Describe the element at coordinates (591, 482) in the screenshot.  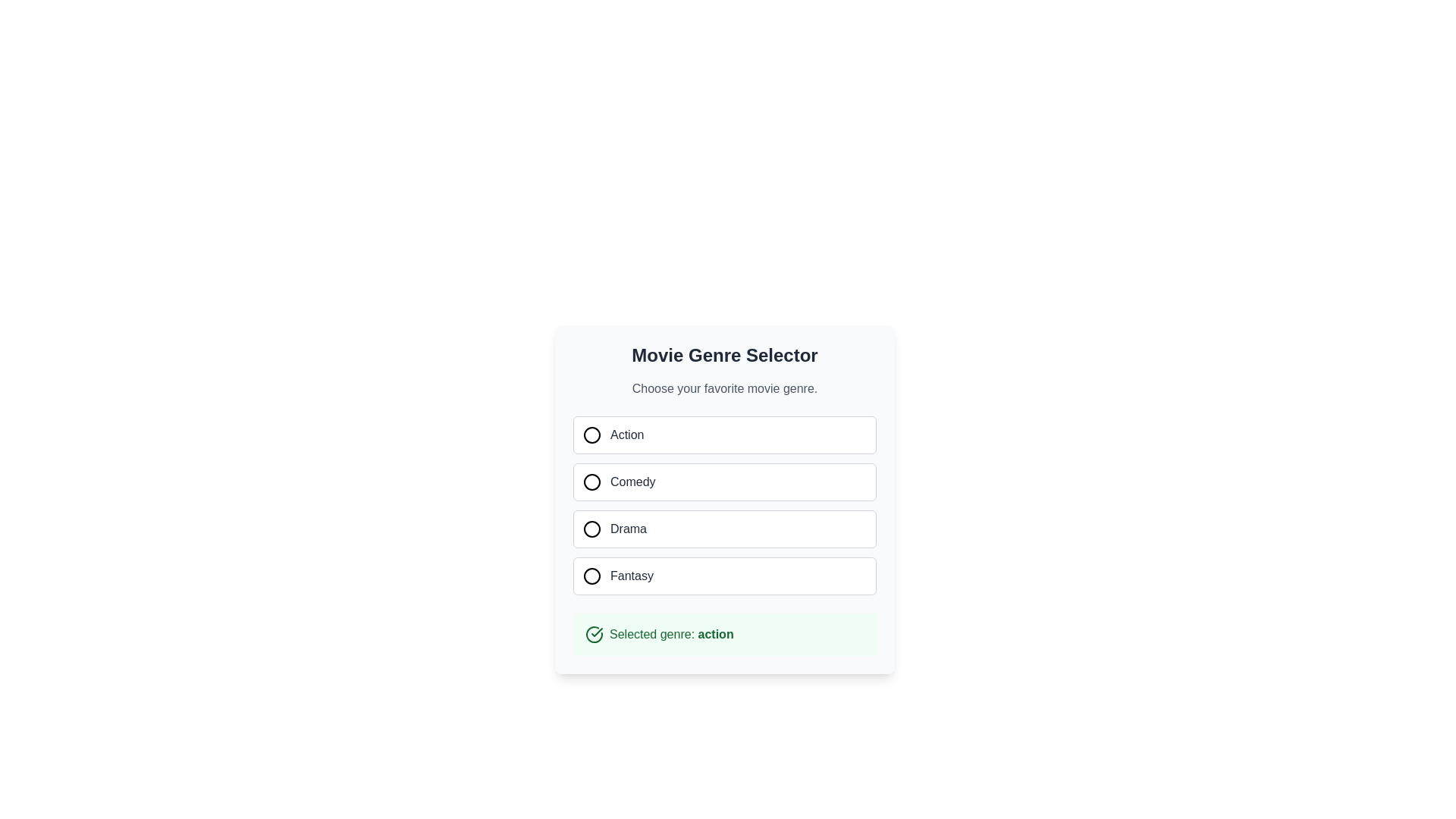
I see `the radio button indicating the 'Comedy' genre` at that location.